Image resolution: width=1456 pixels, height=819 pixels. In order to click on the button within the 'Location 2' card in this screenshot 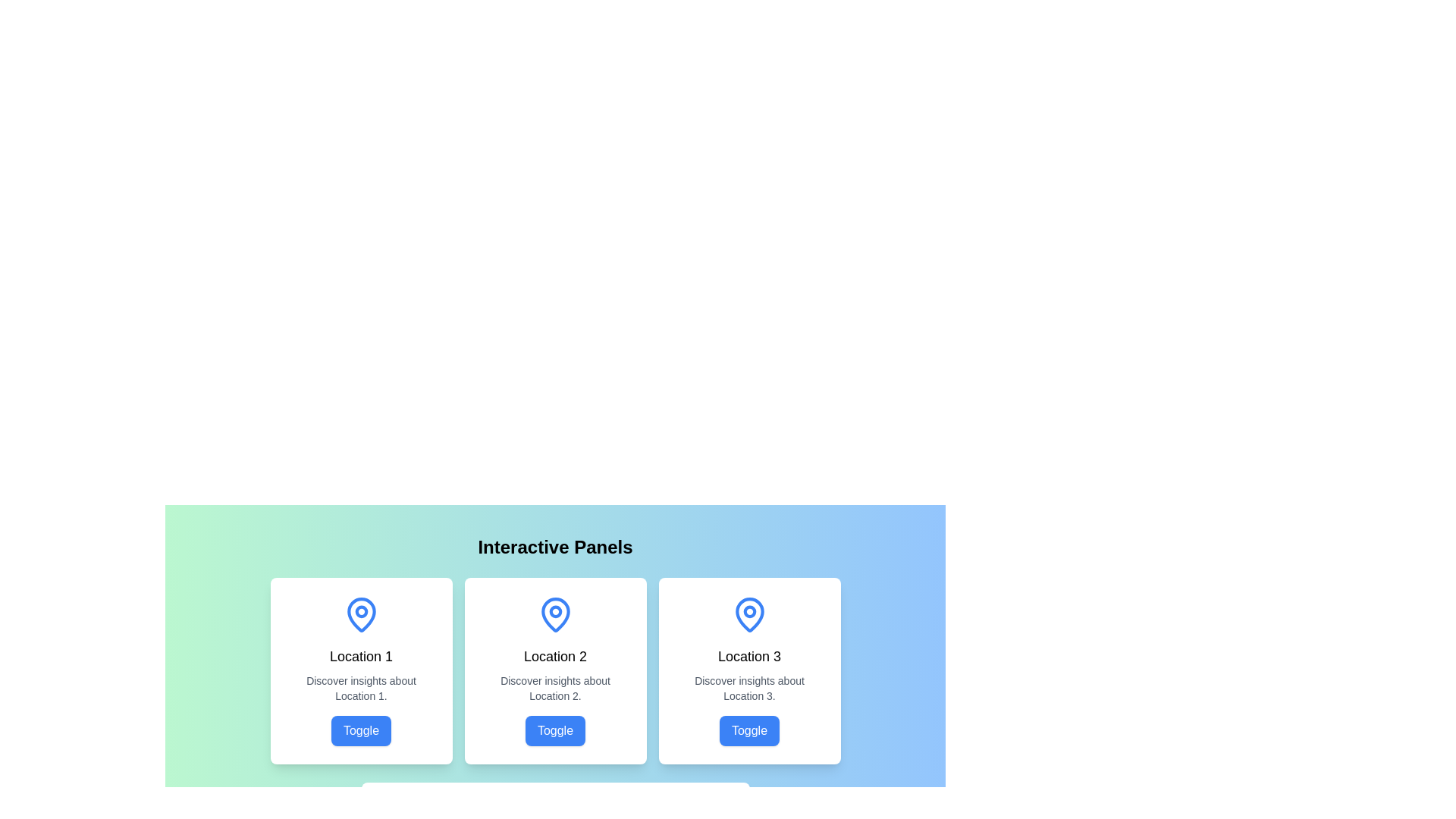, I will do `click(554, 730)`.